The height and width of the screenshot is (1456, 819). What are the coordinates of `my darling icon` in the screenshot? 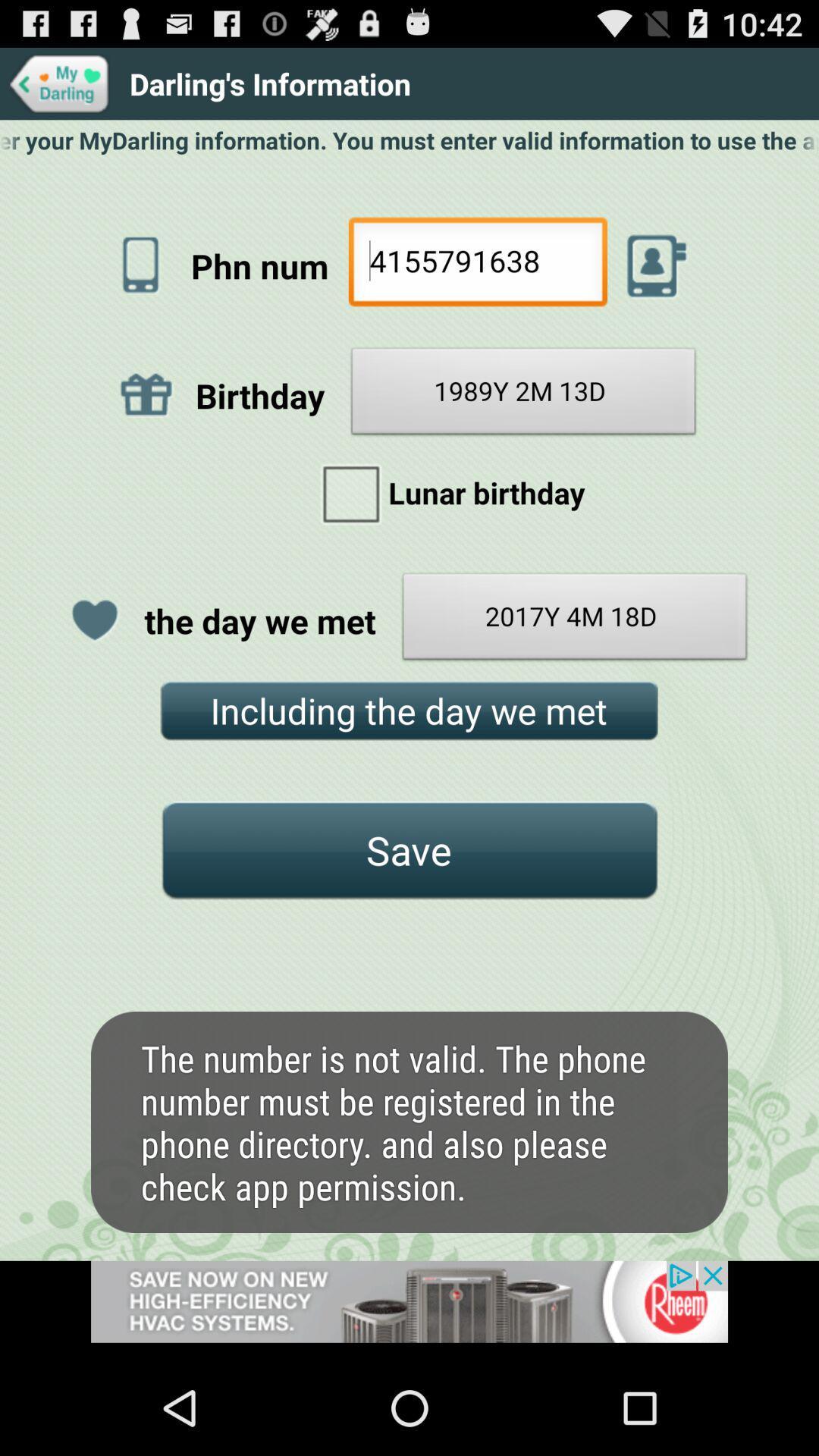 It's located at (59, 83).